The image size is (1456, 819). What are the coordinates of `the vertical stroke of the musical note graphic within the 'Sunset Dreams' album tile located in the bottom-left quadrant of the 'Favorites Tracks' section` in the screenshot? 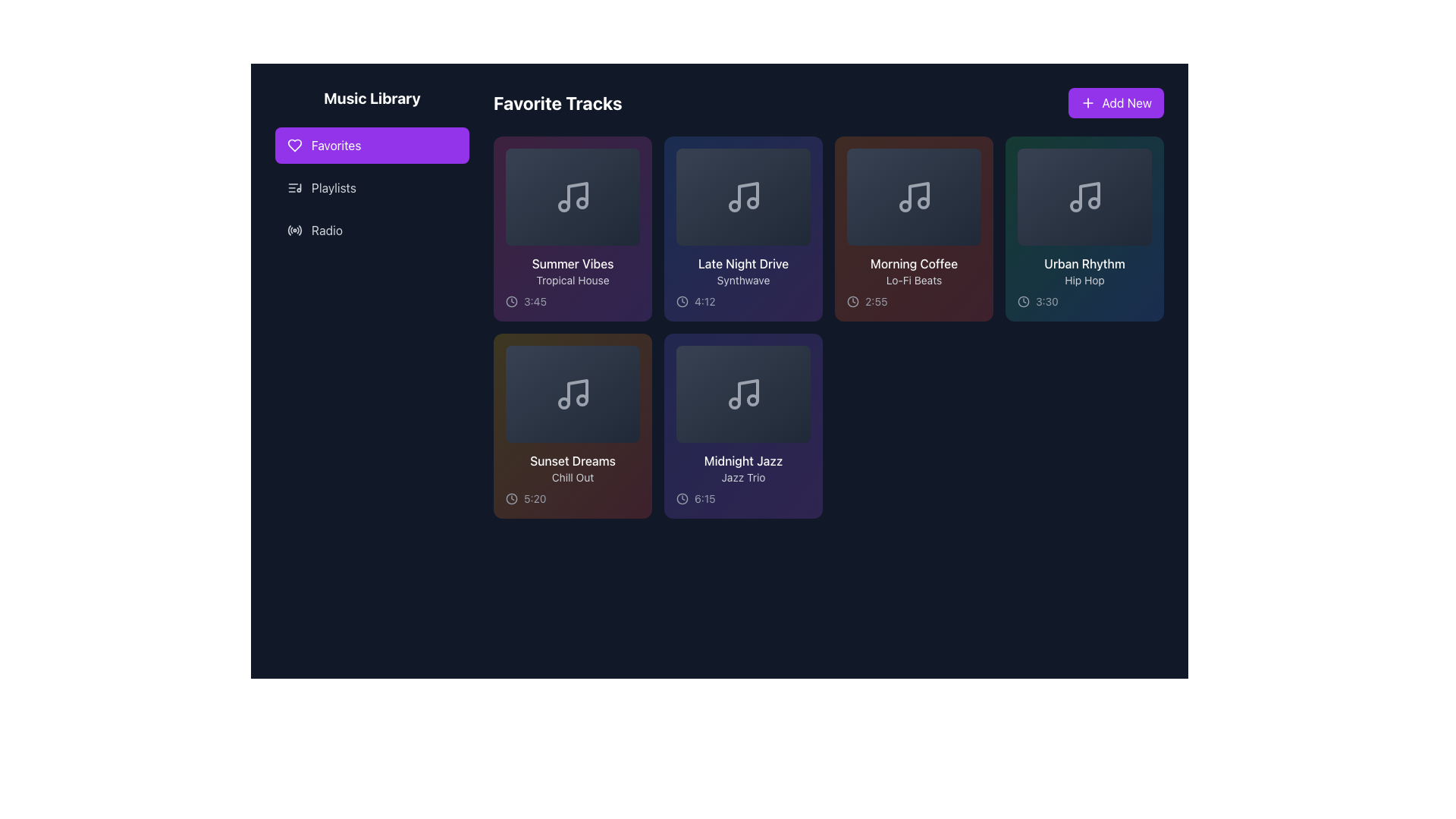 It's located at (576, 391).